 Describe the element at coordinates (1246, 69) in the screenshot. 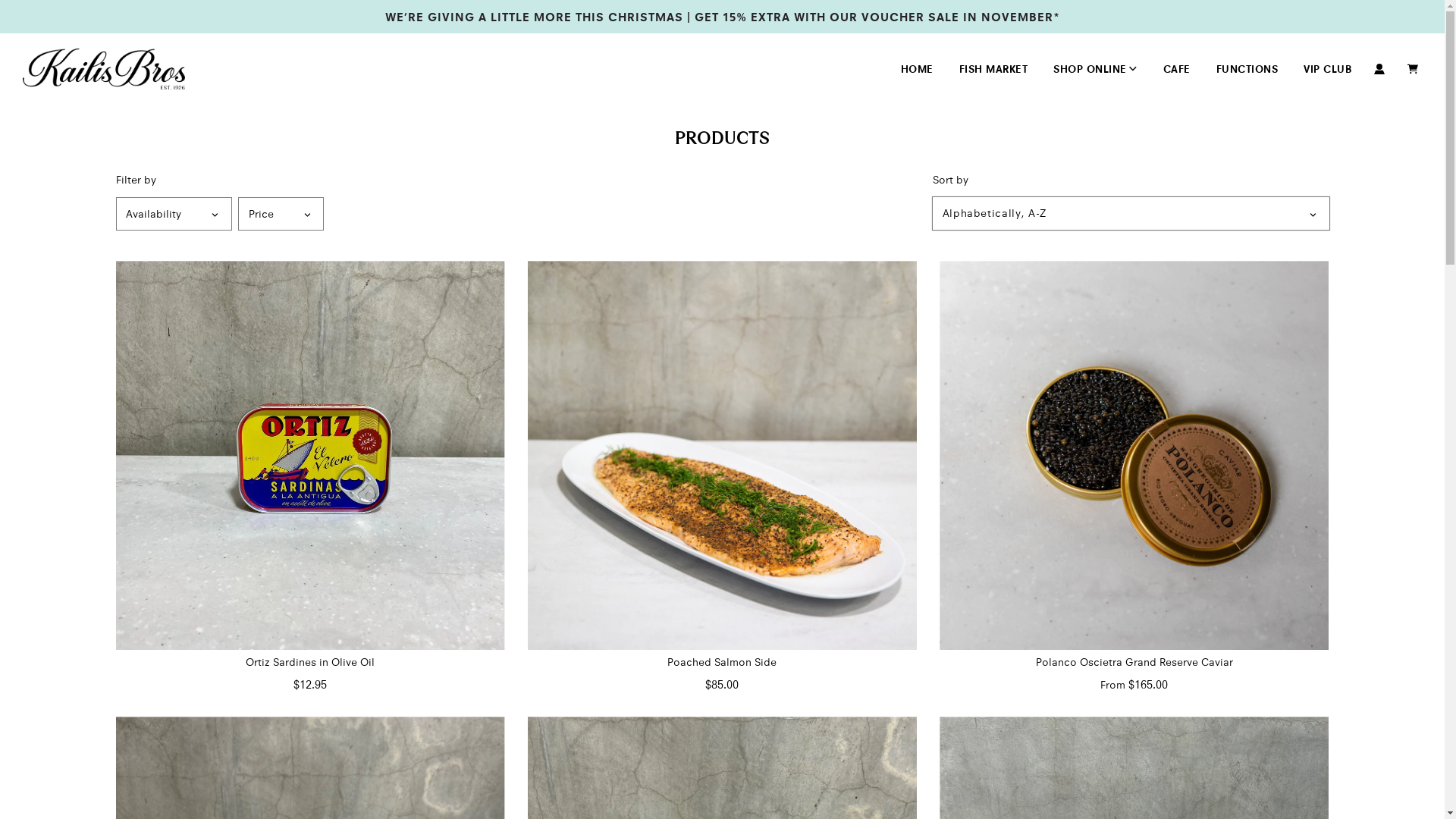

I see `'FUNCTIONS'` at that location.